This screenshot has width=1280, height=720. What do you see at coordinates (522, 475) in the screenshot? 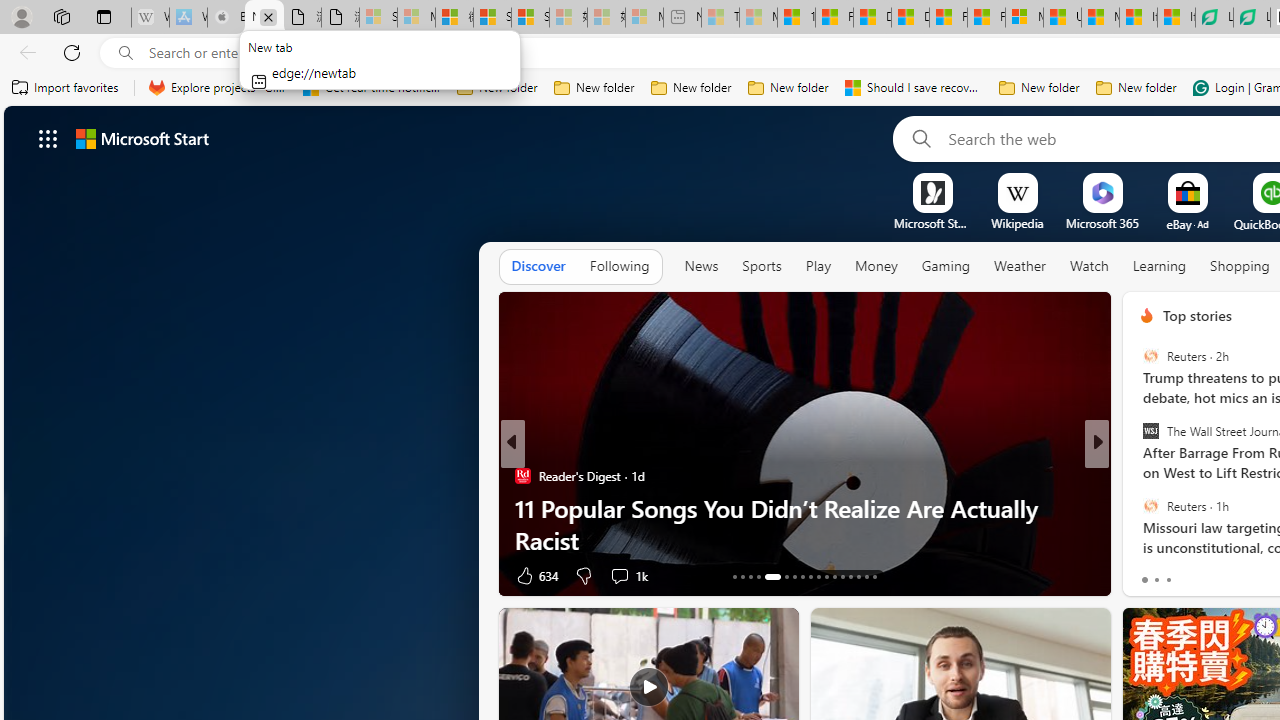
I see `'Reader'` at bounding box center [522, 475].